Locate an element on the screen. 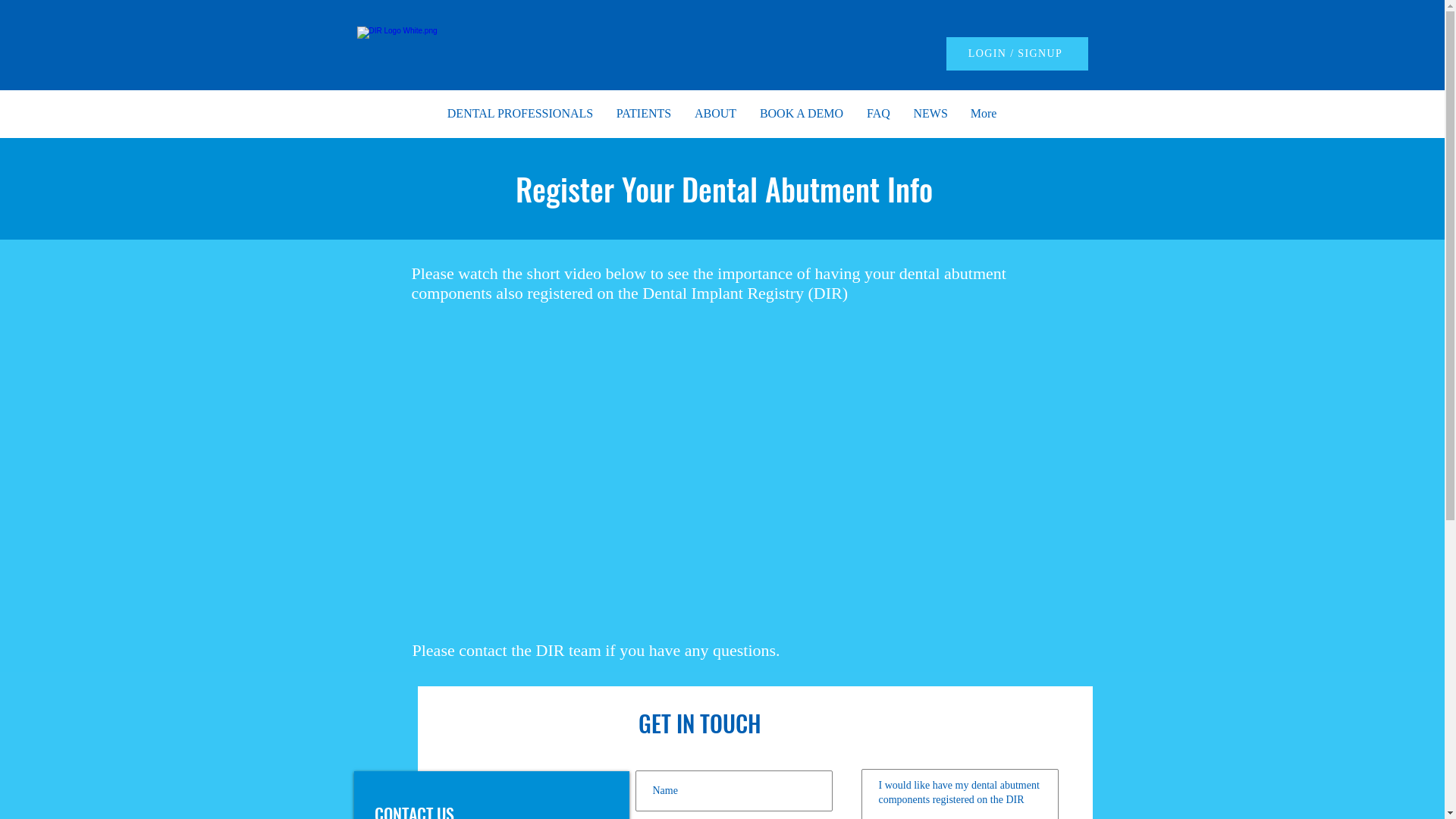 The height and width of the screenshot is (819, 1456). 'ABOUT' is located at coordinates (714, 113).